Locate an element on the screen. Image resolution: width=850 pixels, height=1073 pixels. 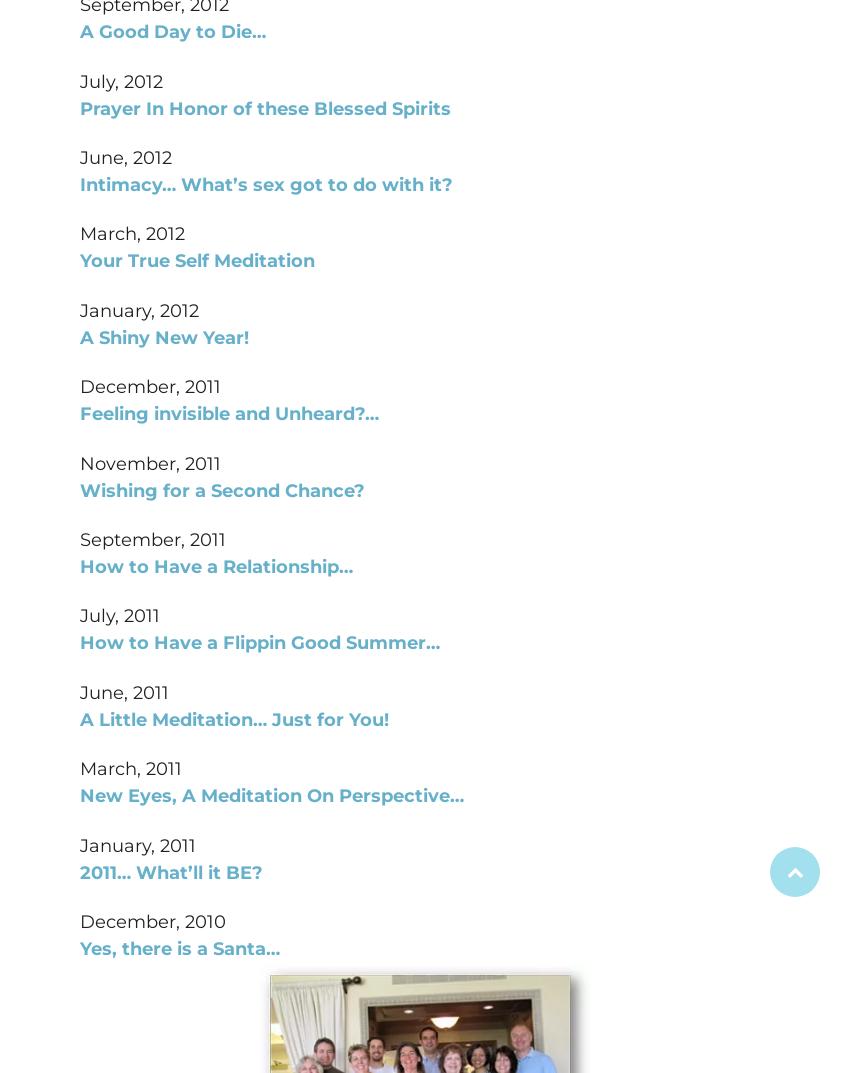
'Flippin' is located at coordinates (254, 642).